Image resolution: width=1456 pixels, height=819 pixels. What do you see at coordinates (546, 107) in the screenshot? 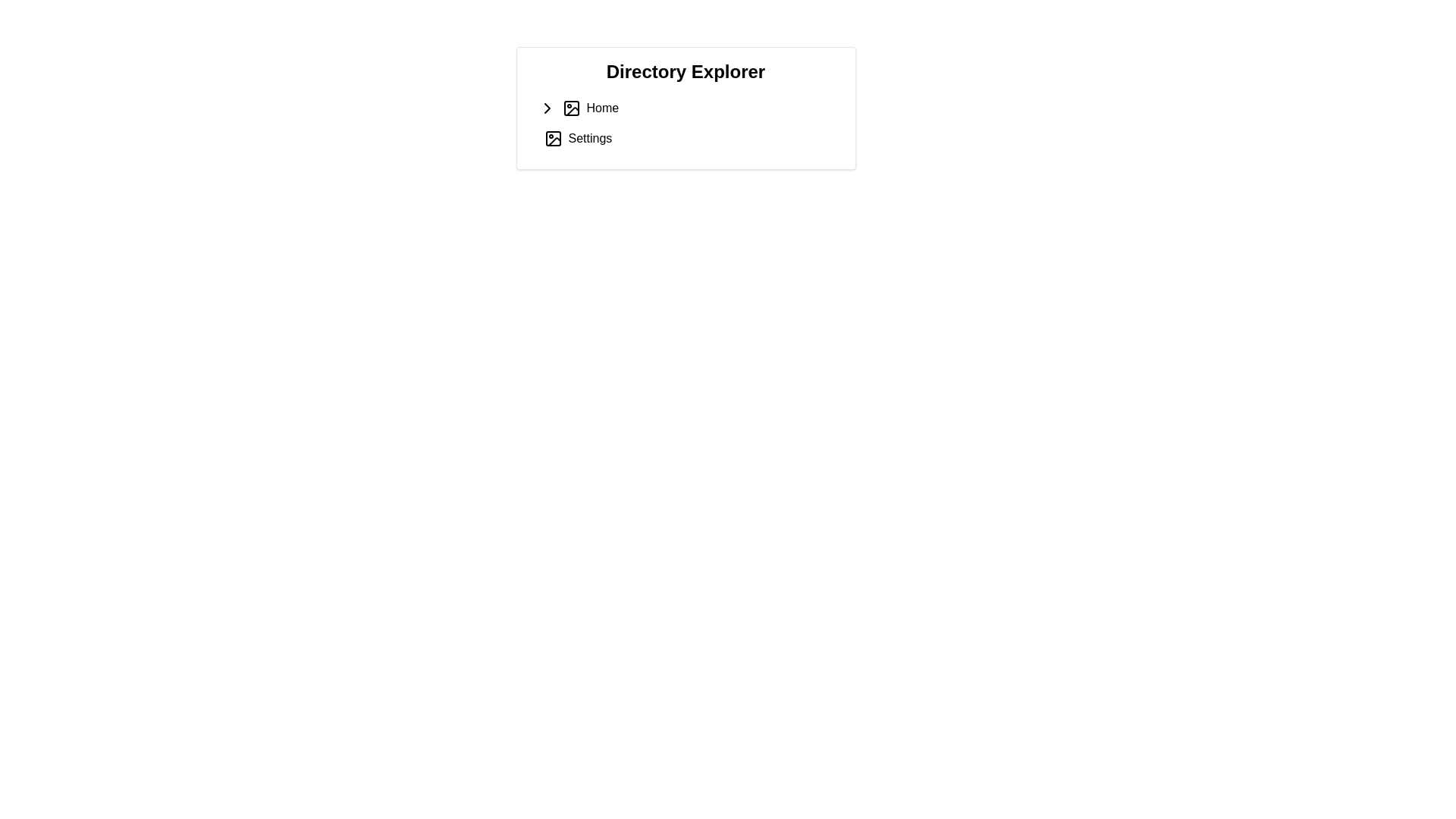
I see `the chevron icon located to the right edge of the 'Home' option in the directory explorer interface as a visual indicator for navigation` at bounding box center [546, 107].